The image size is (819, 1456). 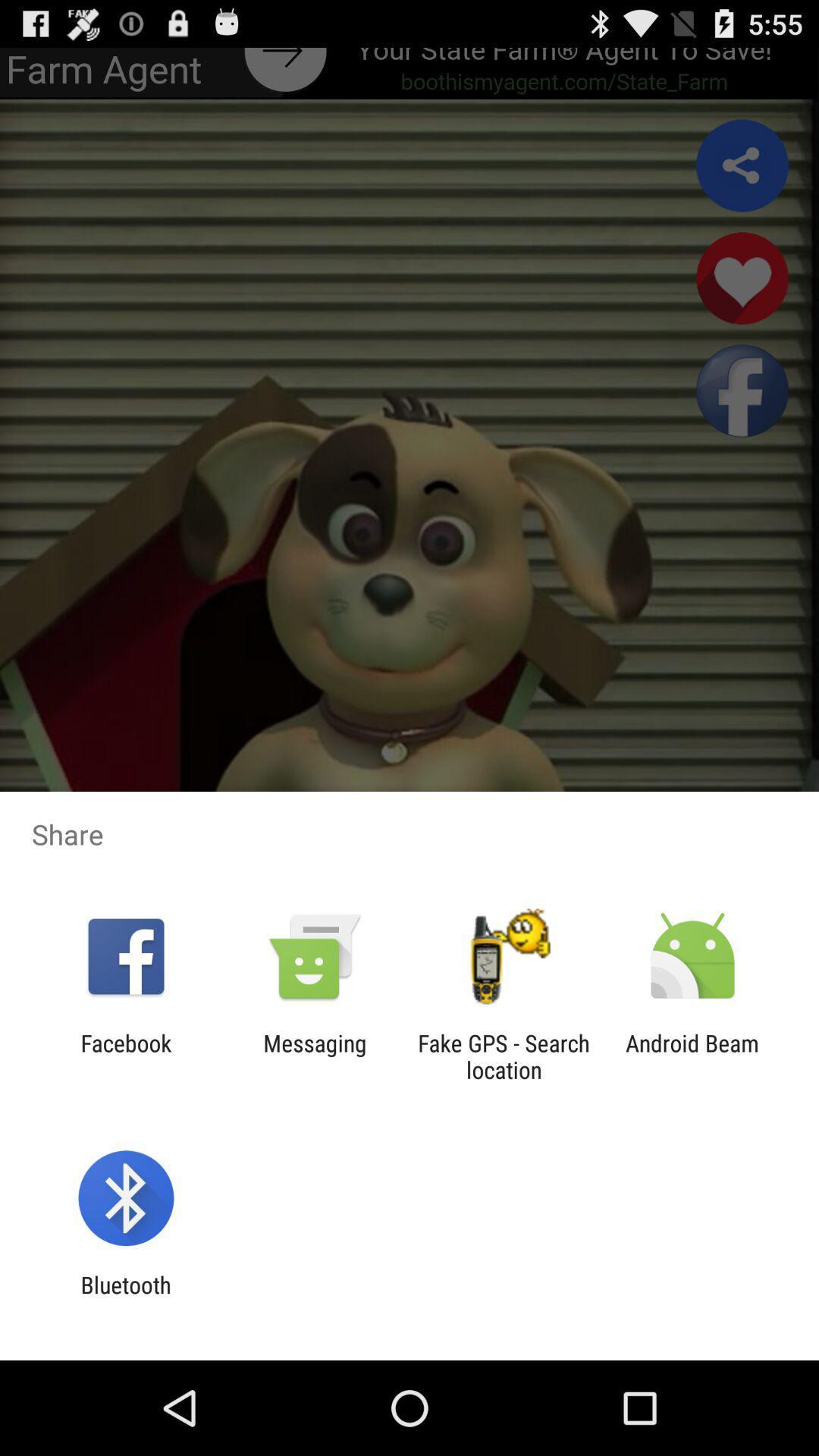 I want to click on icon to the left of the android beam item, so click(x=504, y=1056).